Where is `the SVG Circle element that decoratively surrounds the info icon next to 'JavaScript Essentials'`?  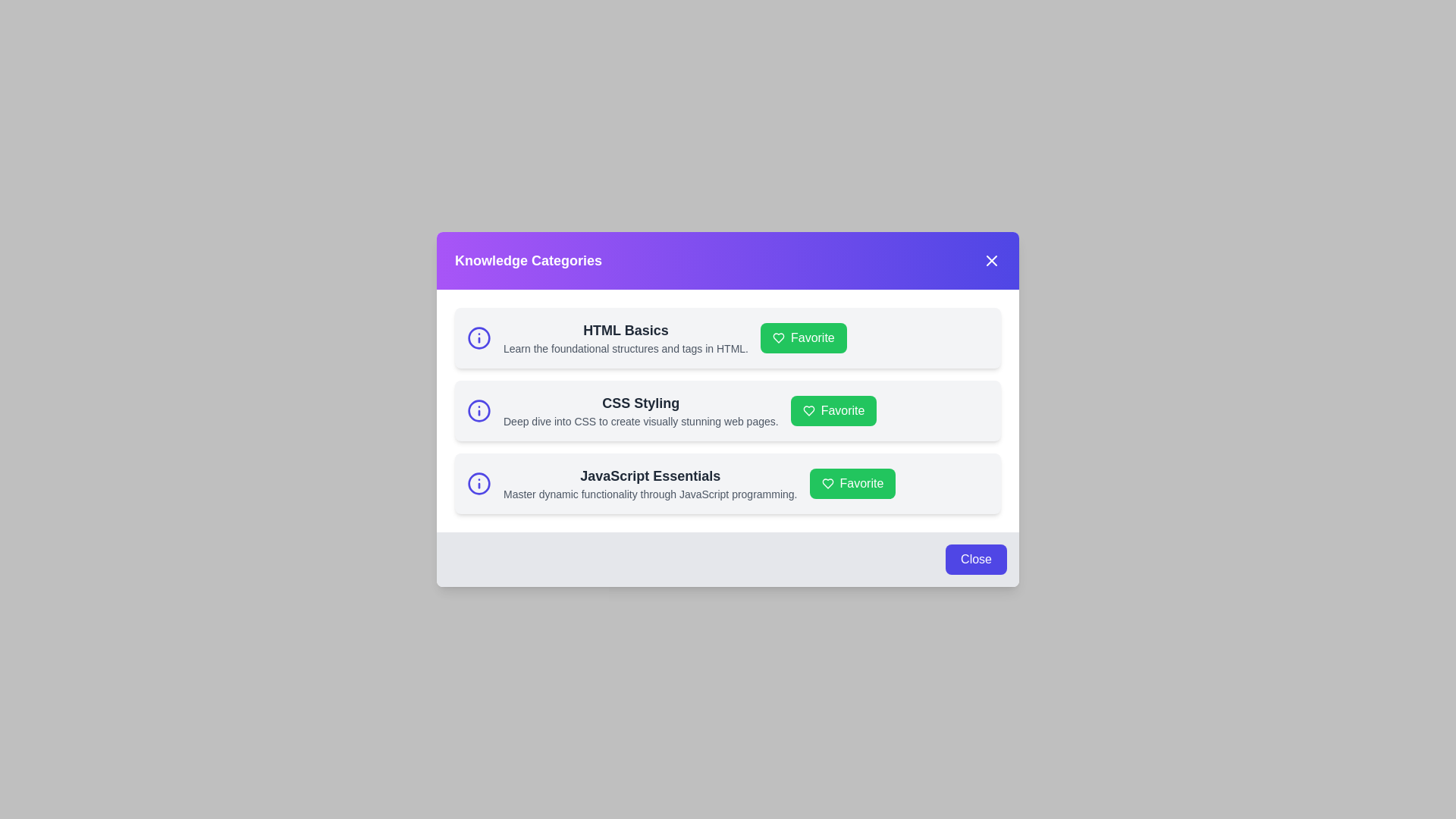 the SVG Circle element that decoratively surrounds the info icon next to 'JavaScript Essentials' is located at coordinates (479, 483).